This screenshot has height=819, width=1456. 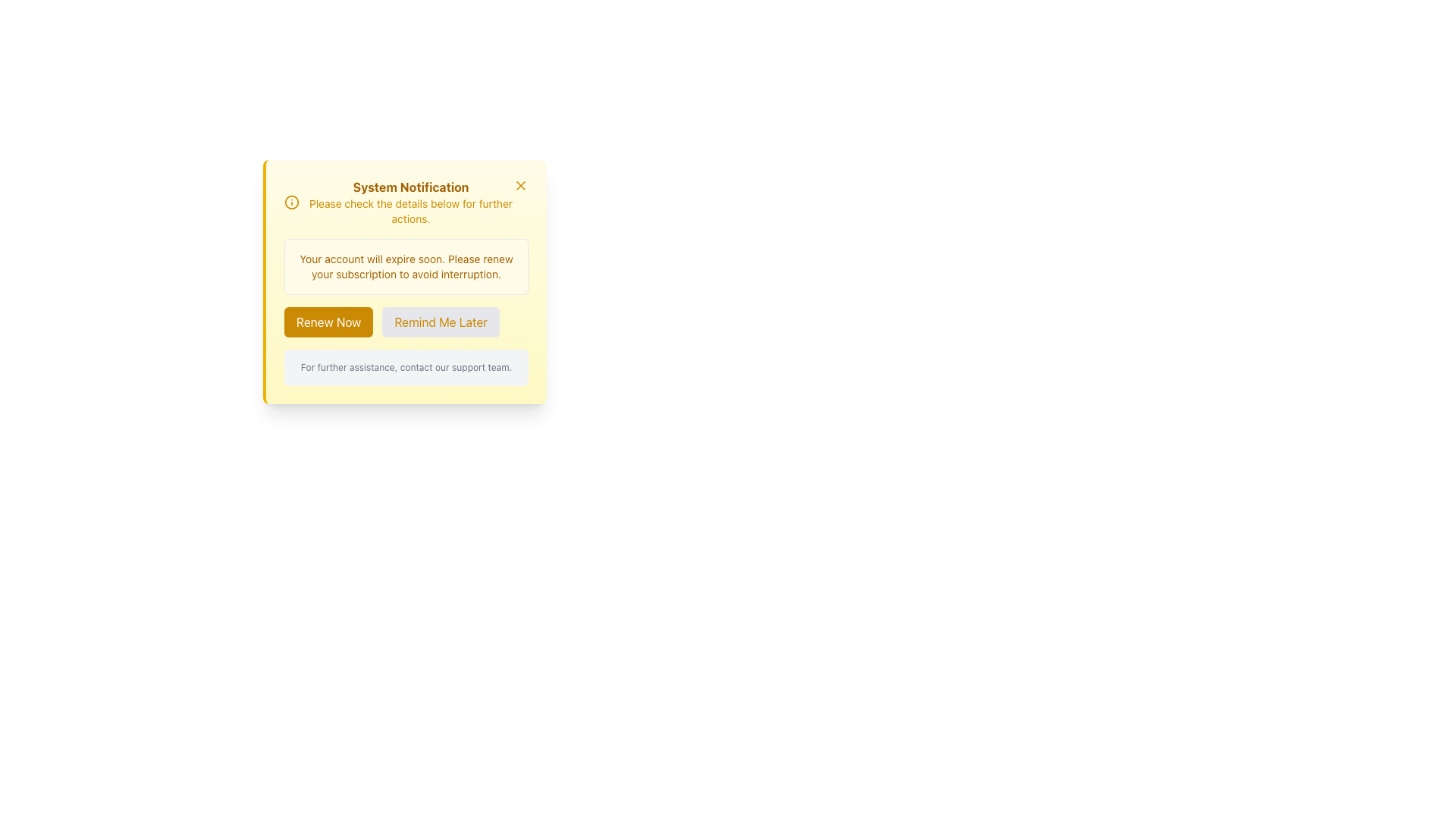 I want to click on the close button for the notification panel, located at the top-right corner, to alter its visual appearance, so click(x=520, y=185).